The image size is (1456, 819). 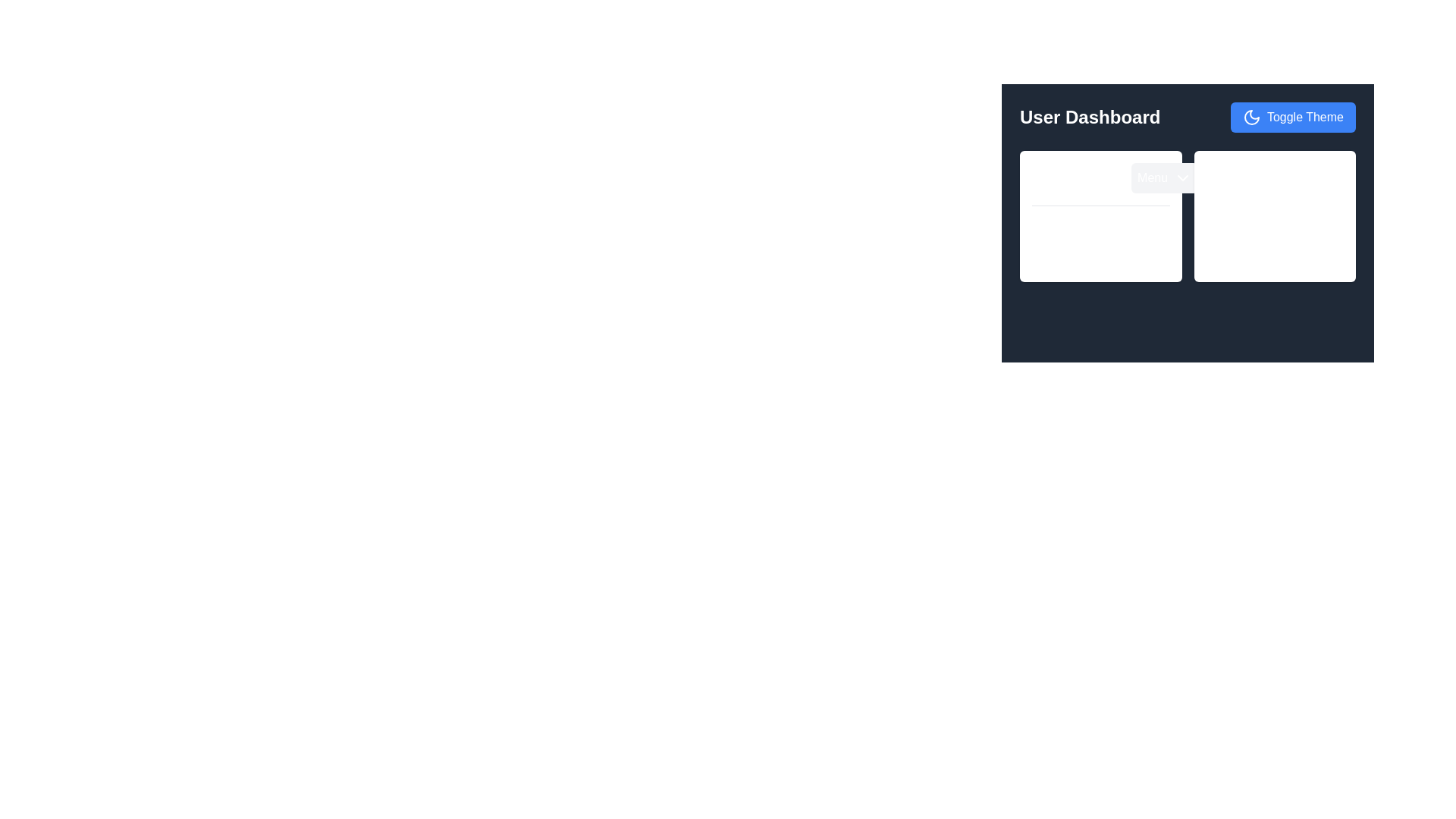 What do you see at coordinates (1251, 116) in the screenshot?
I see `the crescent moon icon within the 'Toggle Theme' button located in the top-right corner of the dashboard interface` at bounding box center [1251, 116].